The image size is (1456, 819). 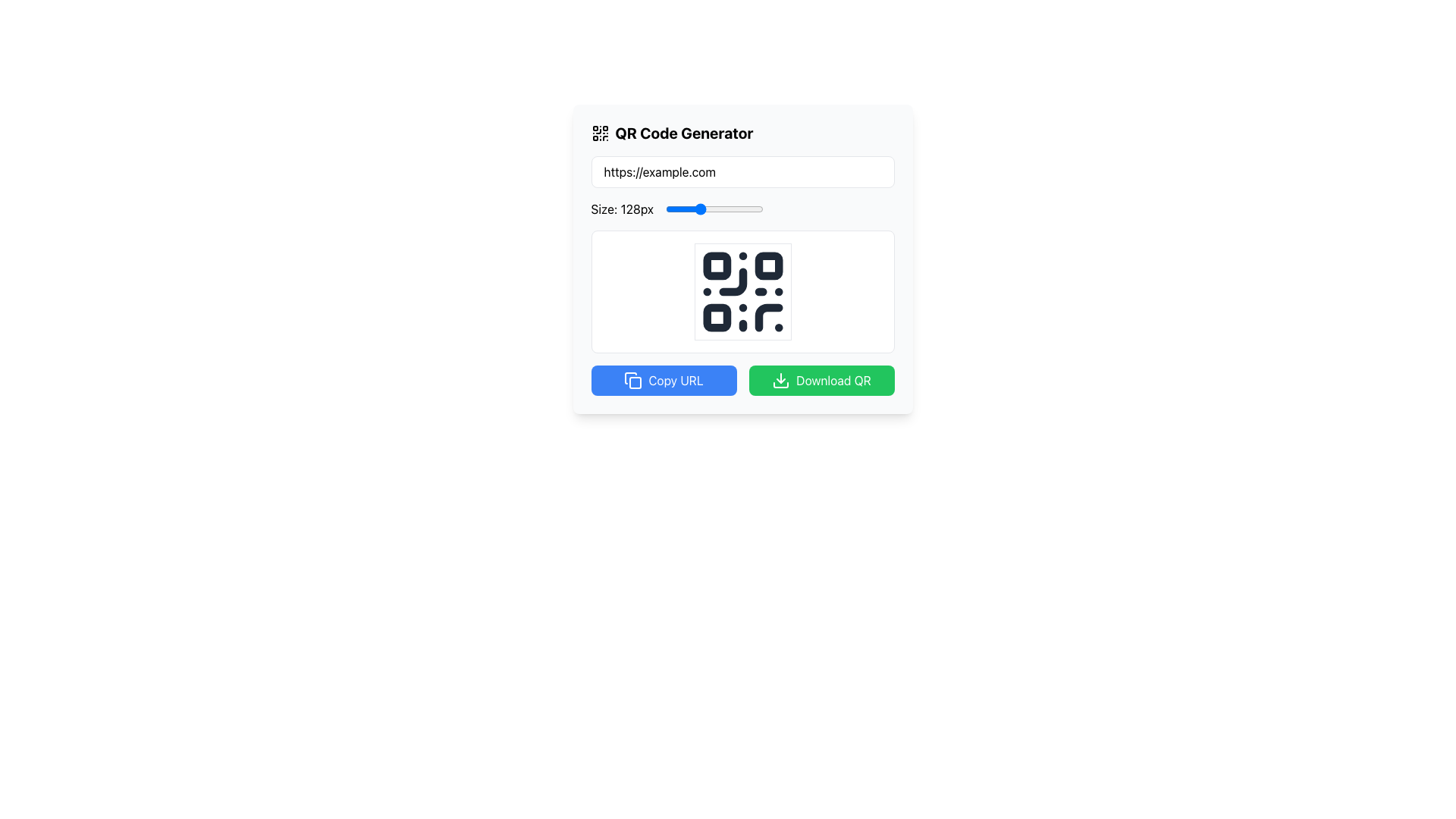 I want to click on the small white square with rounded corners located at the top-left corner of the QR code symbol in the middle of the panel, so click(x=716, y=265).